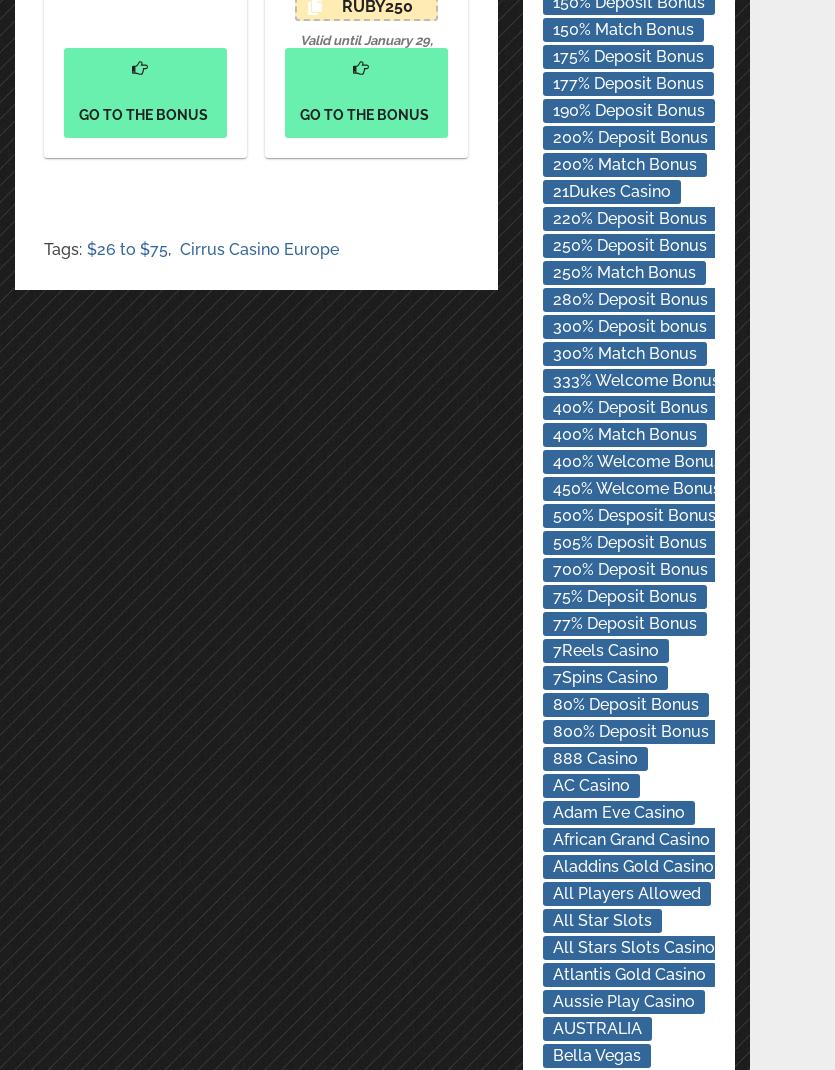  What do you see at coordinates (622, 164) in the screenshot?
I see `'200% Match Bonus'` at bounding box center [622, 164].